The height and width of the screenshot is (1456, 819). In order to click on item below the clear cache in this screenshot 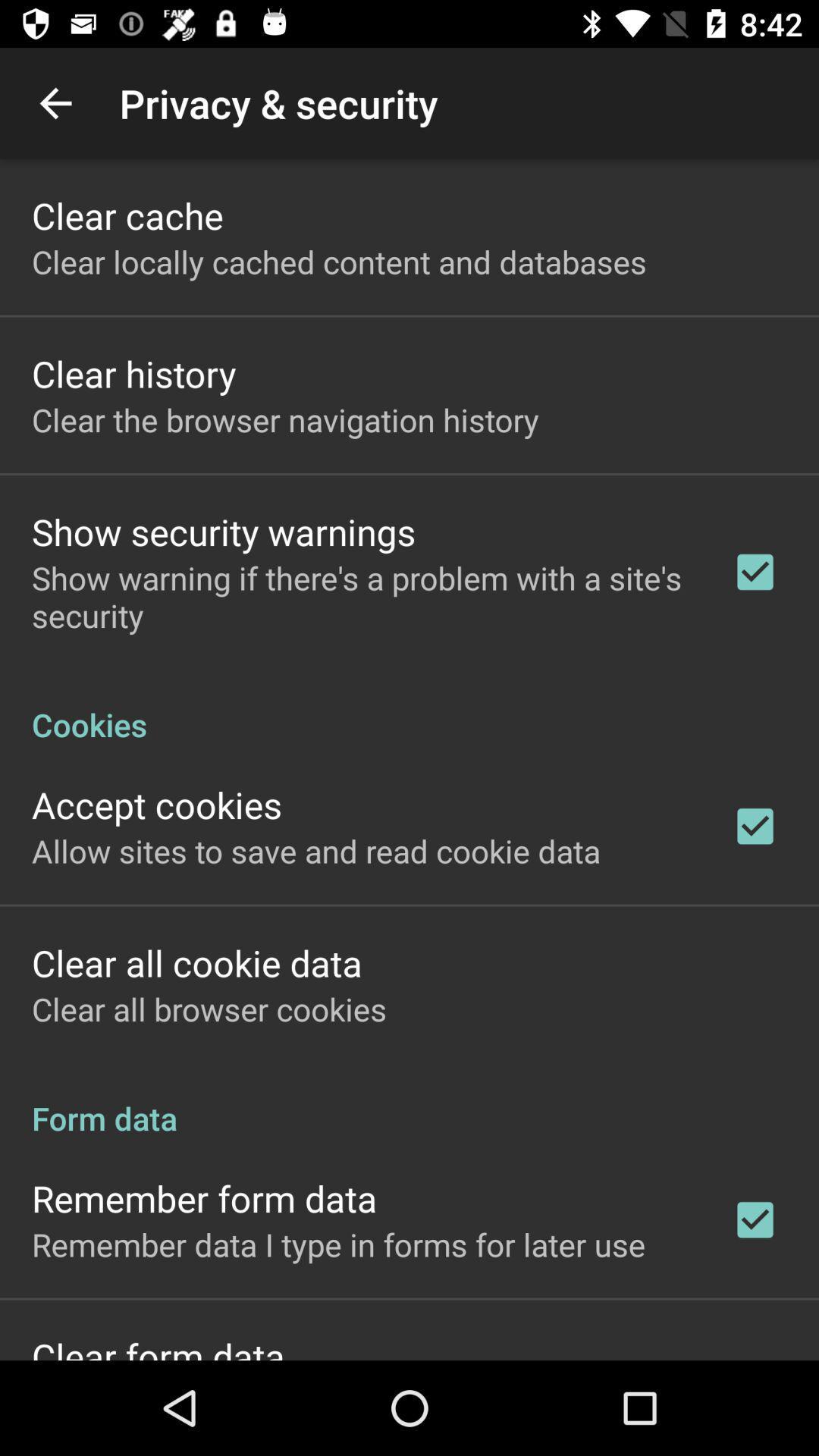, I will do `click(338, 262)`.